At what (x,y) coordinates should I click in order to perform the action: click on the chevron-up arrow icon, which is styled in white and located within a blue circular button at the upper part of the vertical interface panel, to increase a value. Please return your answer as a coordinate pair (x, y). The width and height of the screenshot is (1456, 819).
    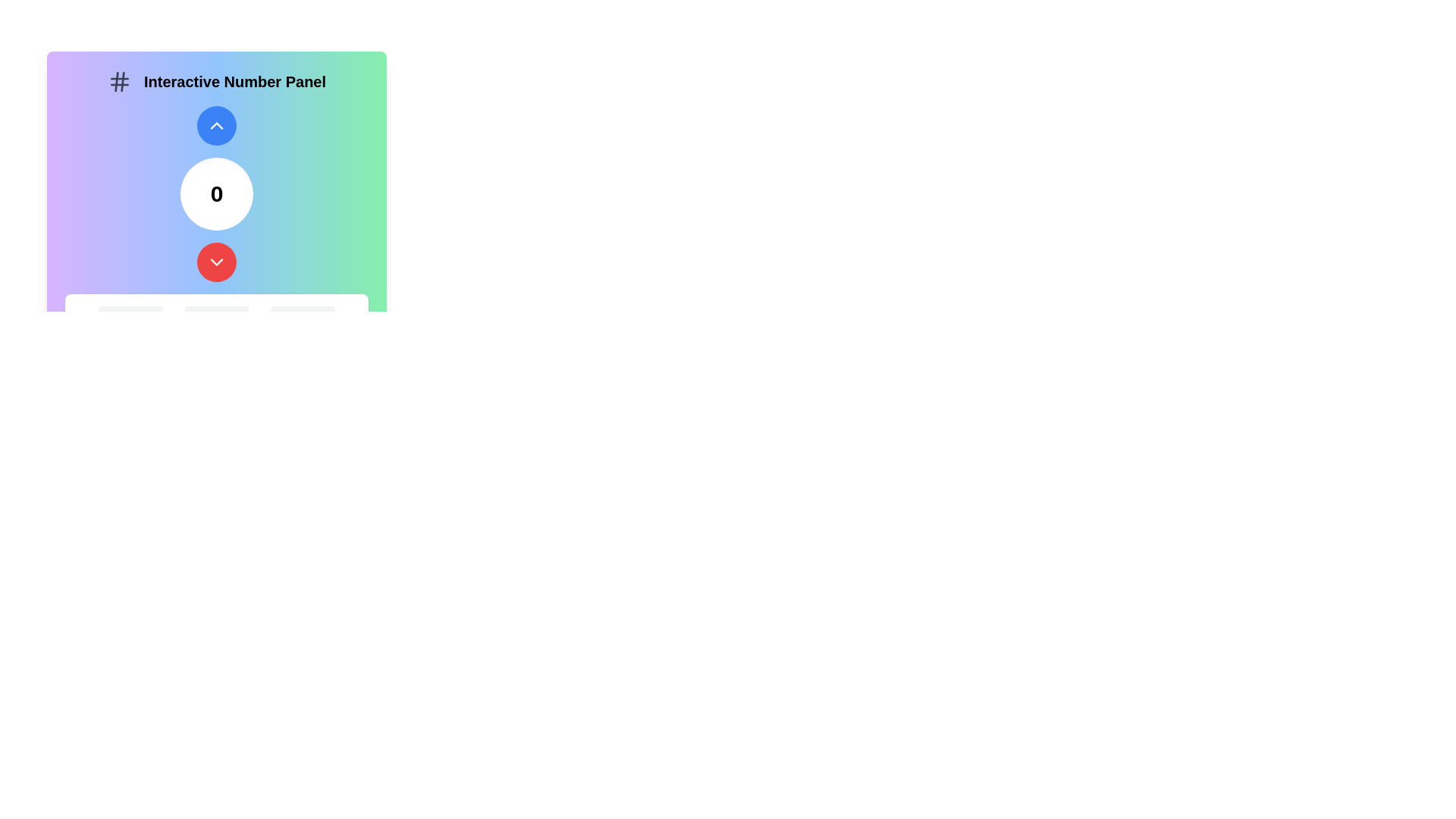
    Looking at the image, I should click on (216, 124).